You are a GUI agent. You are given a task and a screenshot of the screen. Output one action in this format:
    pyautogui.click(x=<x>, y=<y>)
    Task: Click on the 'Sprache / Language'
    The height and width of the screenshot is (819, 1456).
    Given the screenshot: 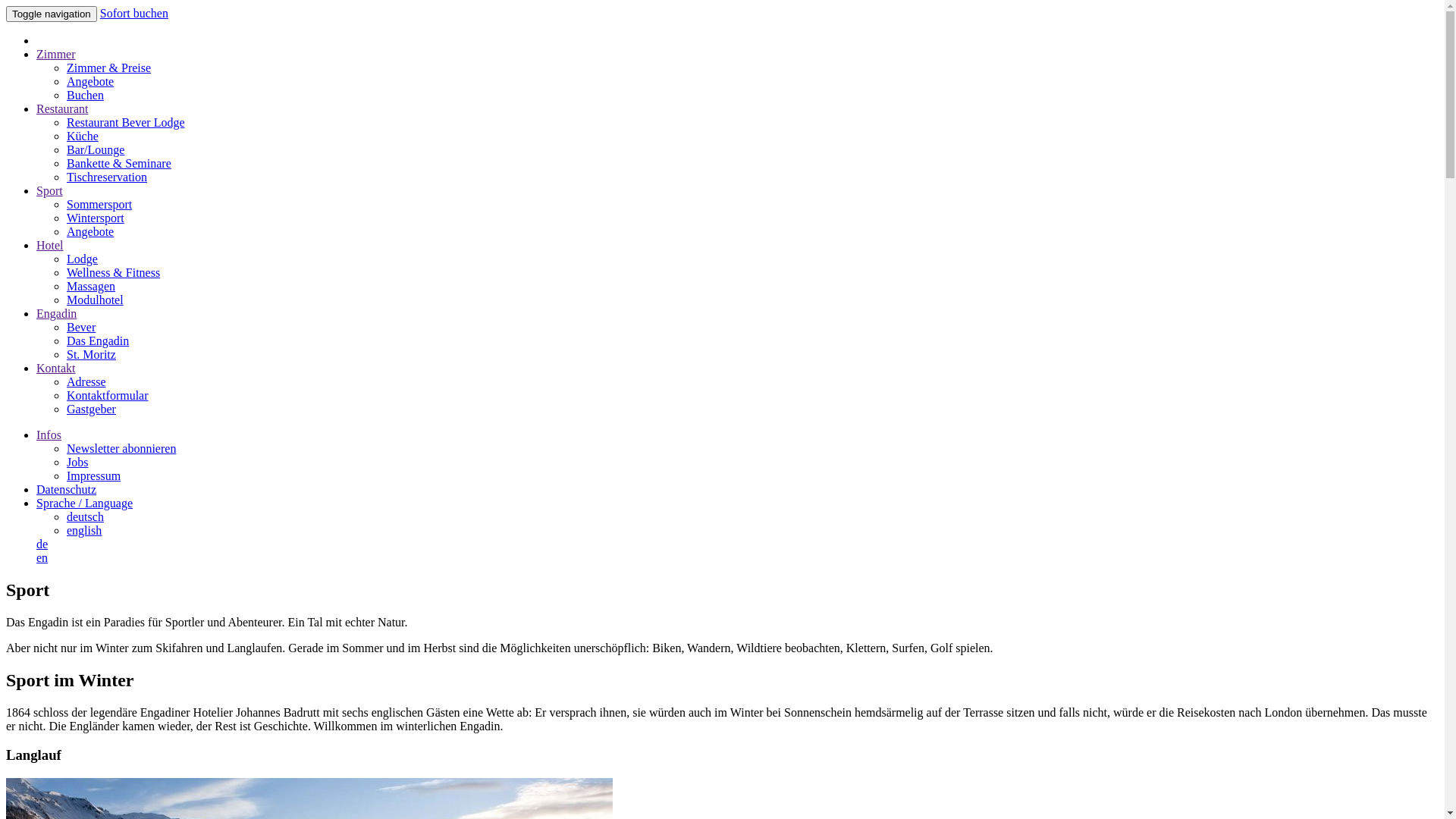 What is the action you would take?
    pyautogui.click(x=36, y=503)
    